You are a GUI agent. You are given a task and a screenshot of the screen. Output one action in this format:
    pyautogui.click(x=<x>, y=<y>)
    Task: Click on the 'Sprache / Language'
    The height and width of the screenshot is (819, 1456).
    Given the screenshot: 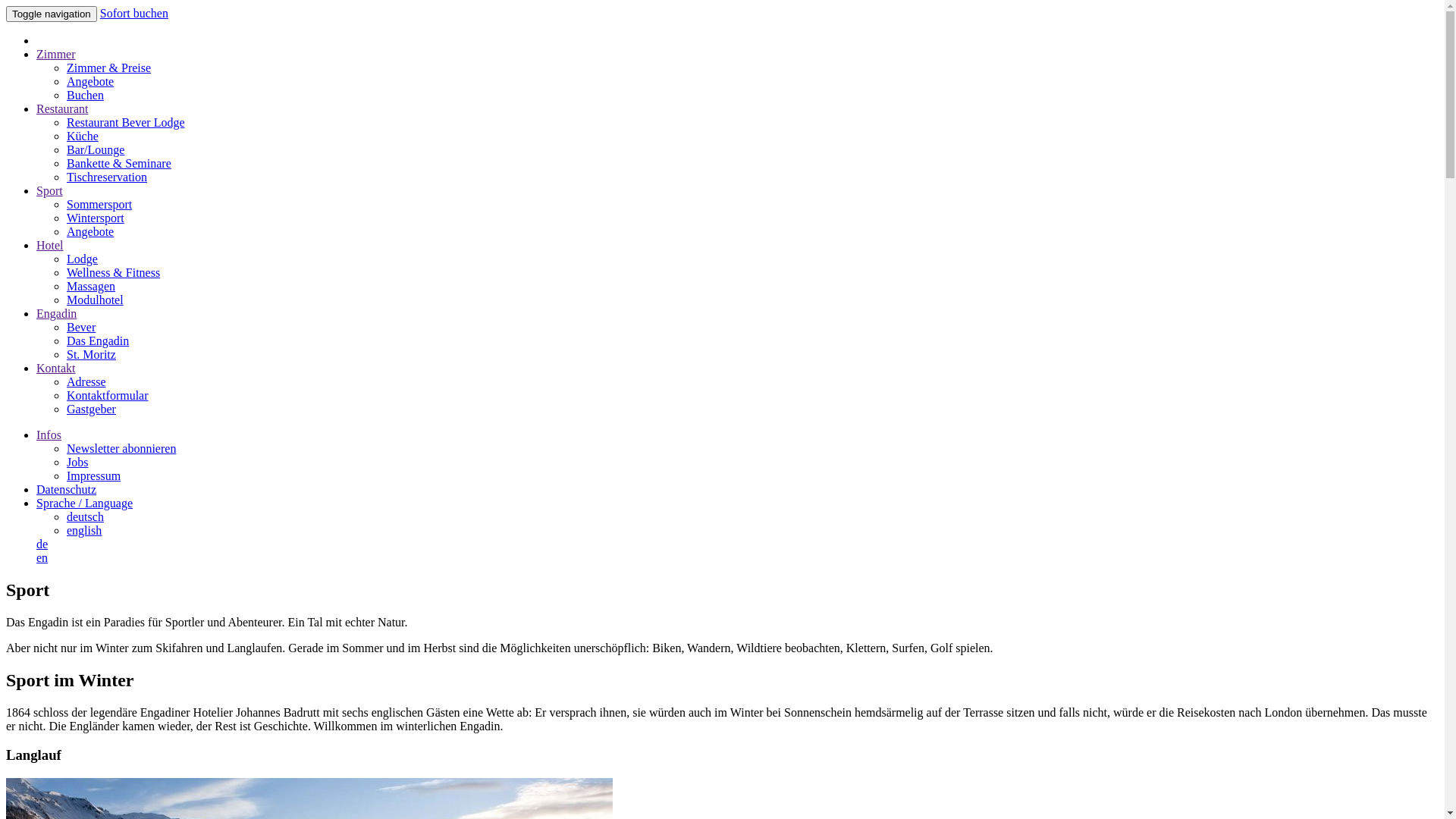 What is the action you would take?
    pyautogui.click(x=36, y=503)
    